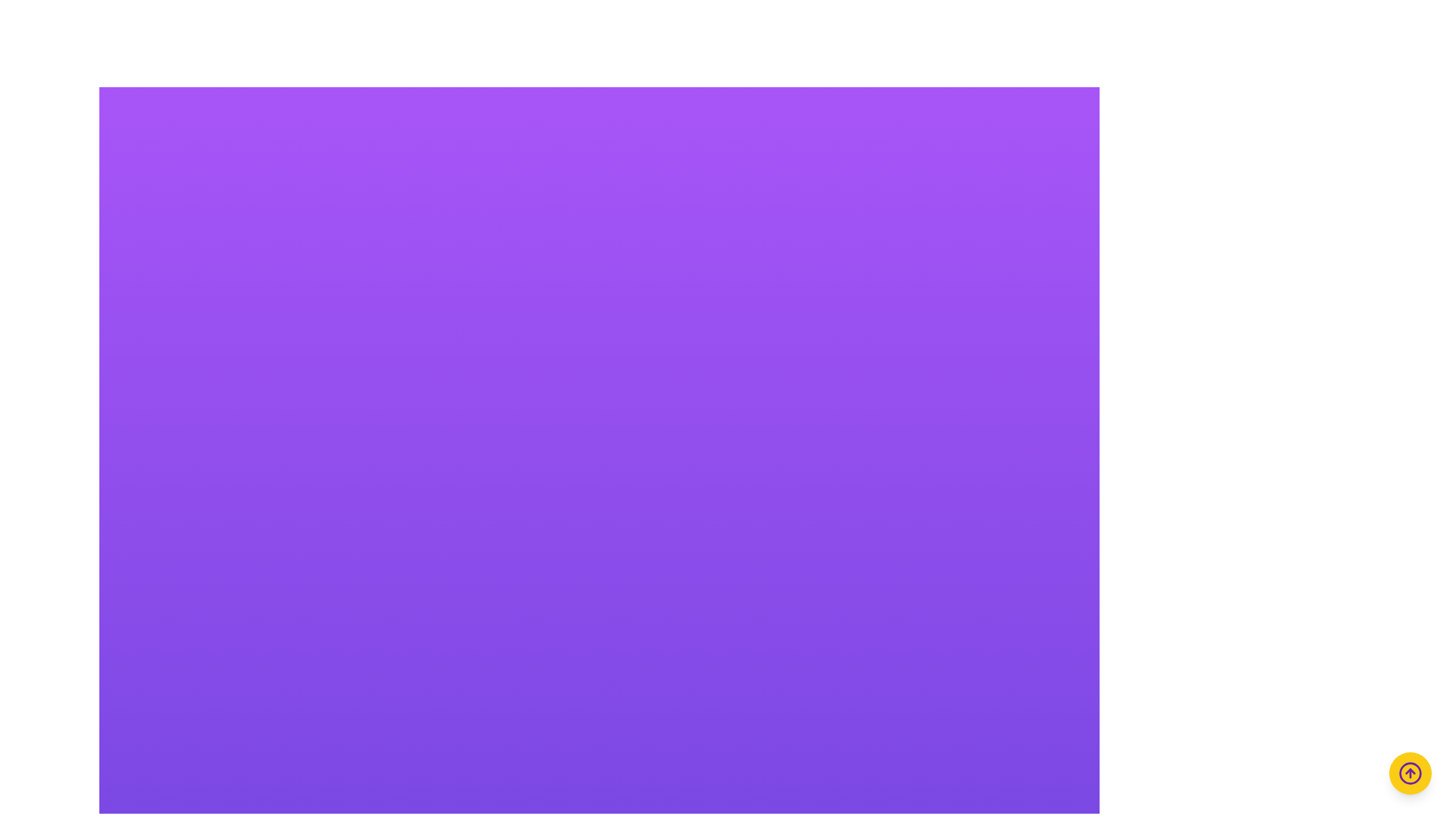  I want to click on the circular yellow button with a purple border and an upward pointing arrow, so click(1410, 773).